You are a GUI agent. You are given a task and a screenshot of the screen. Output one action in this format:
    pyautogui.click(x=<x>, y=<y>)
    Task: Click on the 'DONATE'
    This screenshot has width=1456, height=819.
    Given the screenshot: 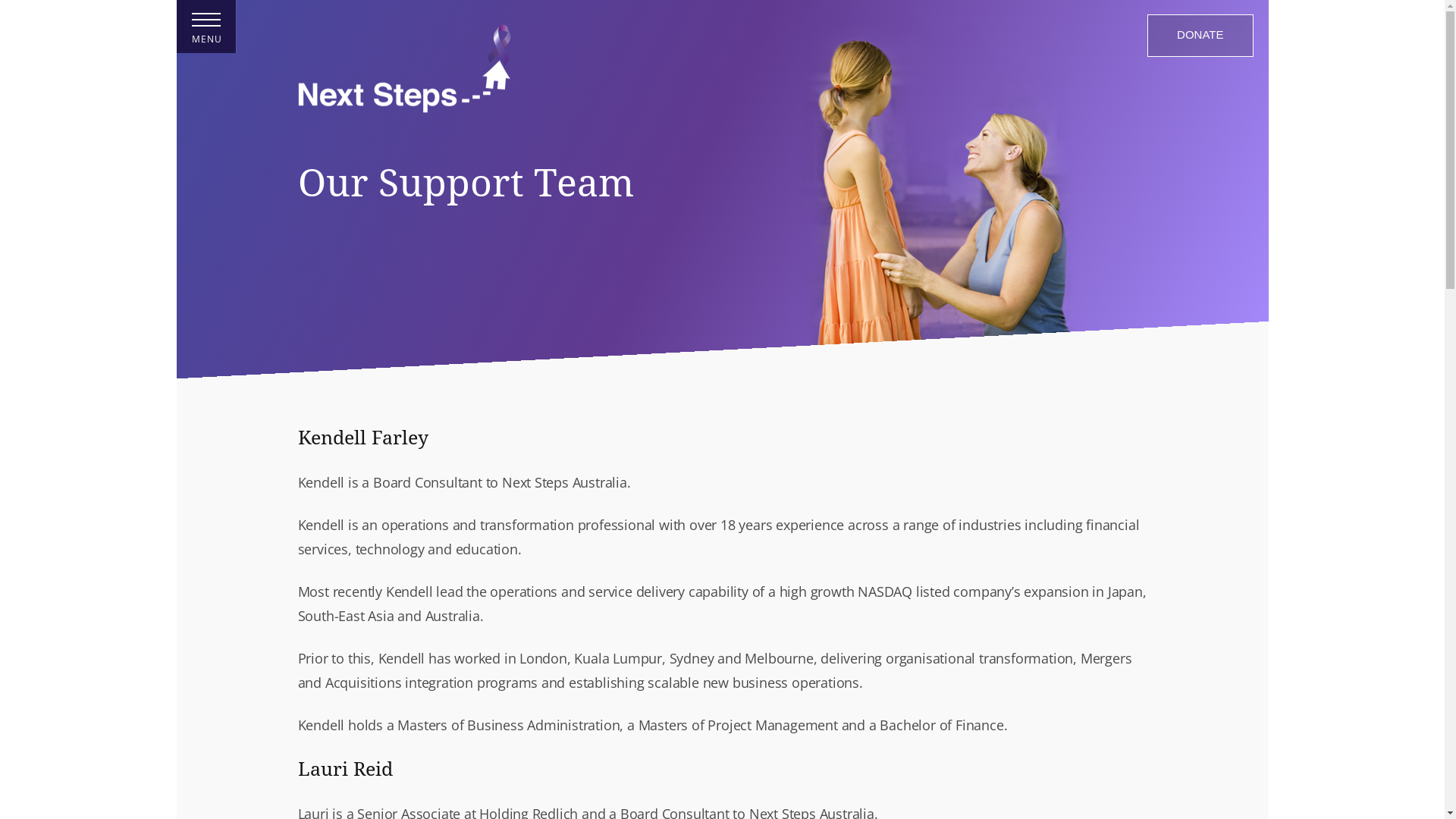 What is the action you would take?
    pyautogui.click(x=1199, y=34)
    